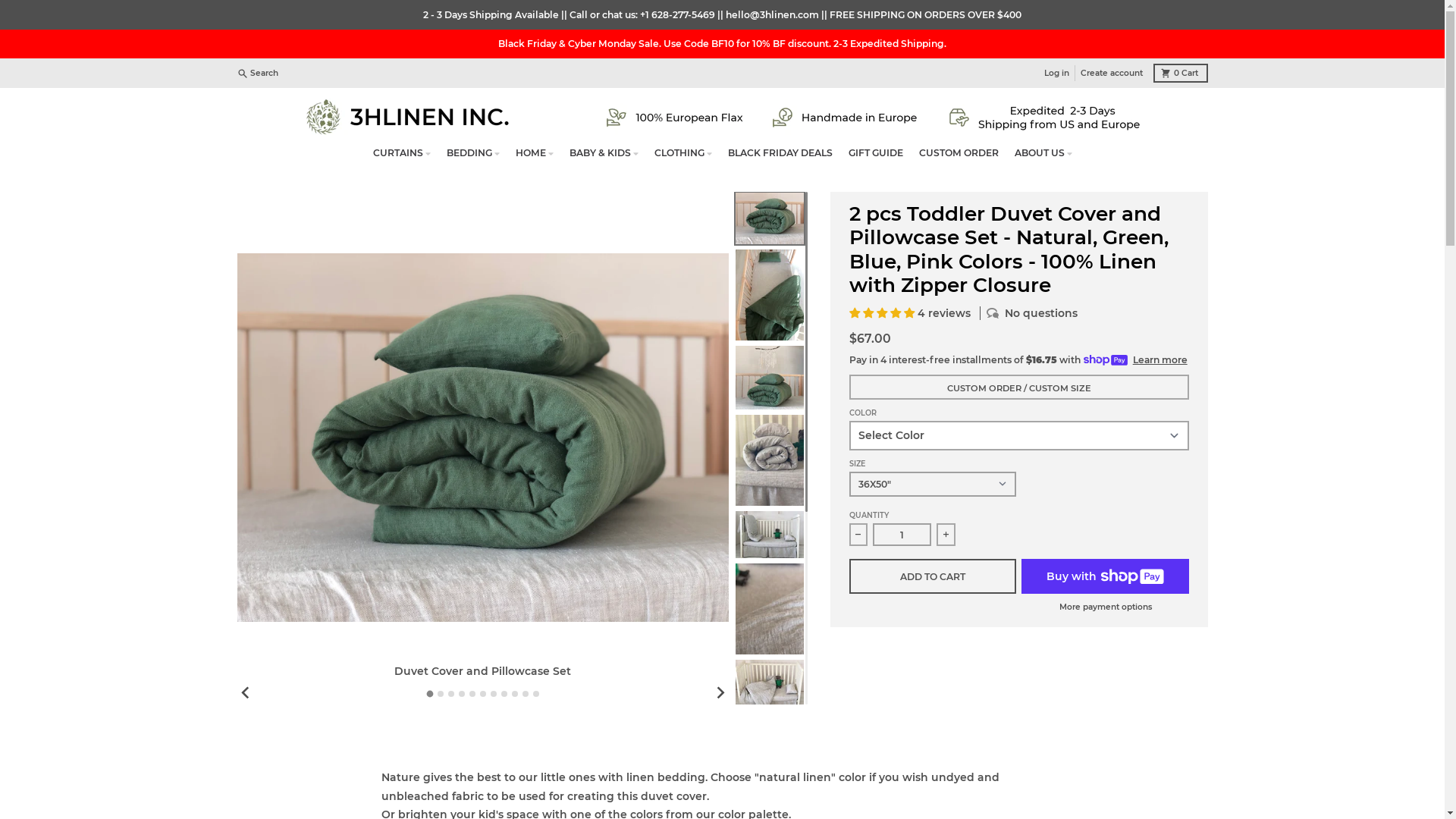  I want to click on 'Log in', so click(1056, 73).